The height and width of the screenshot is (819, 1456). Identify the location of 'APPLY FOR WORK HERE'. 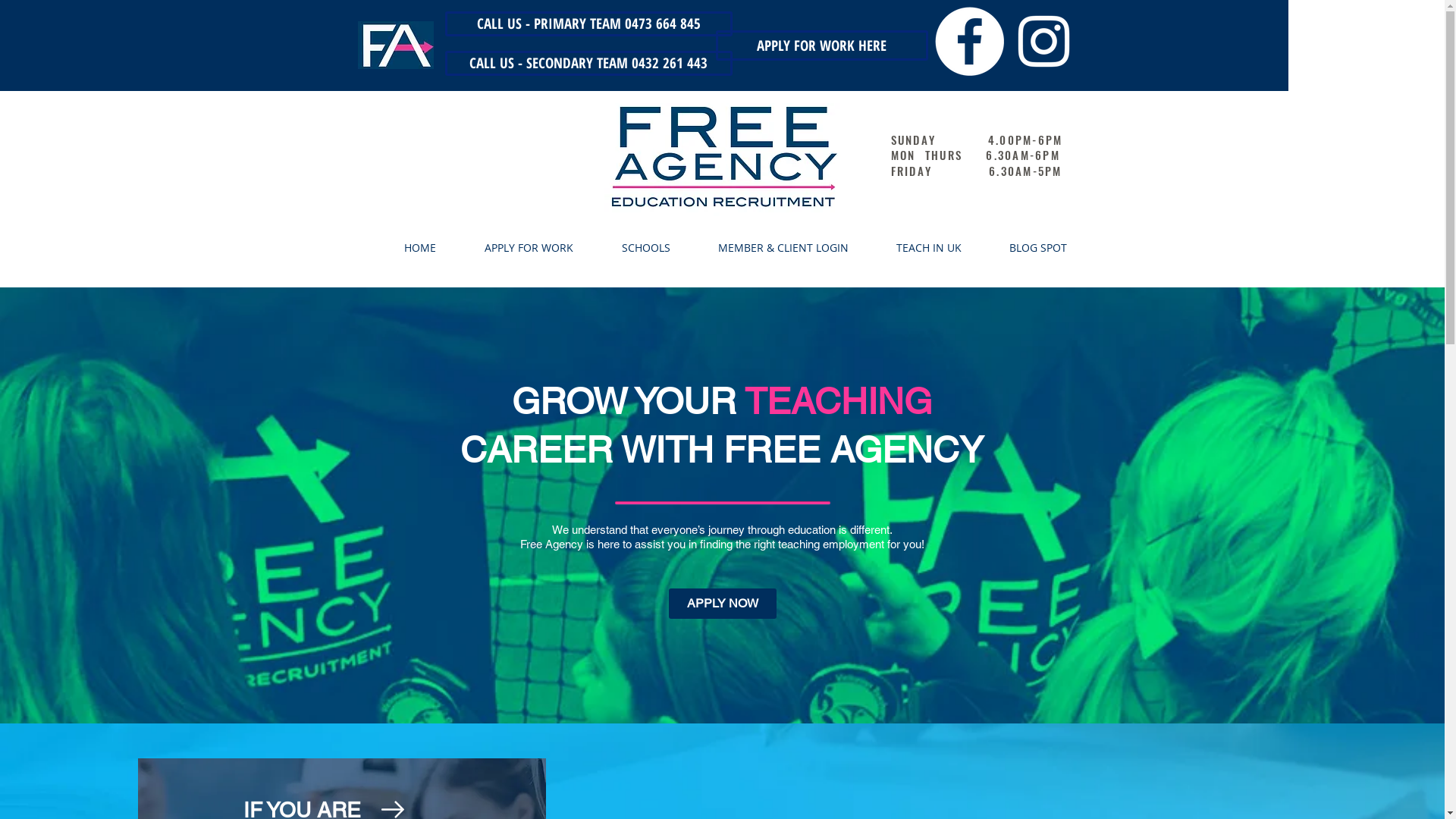
(821, 45).